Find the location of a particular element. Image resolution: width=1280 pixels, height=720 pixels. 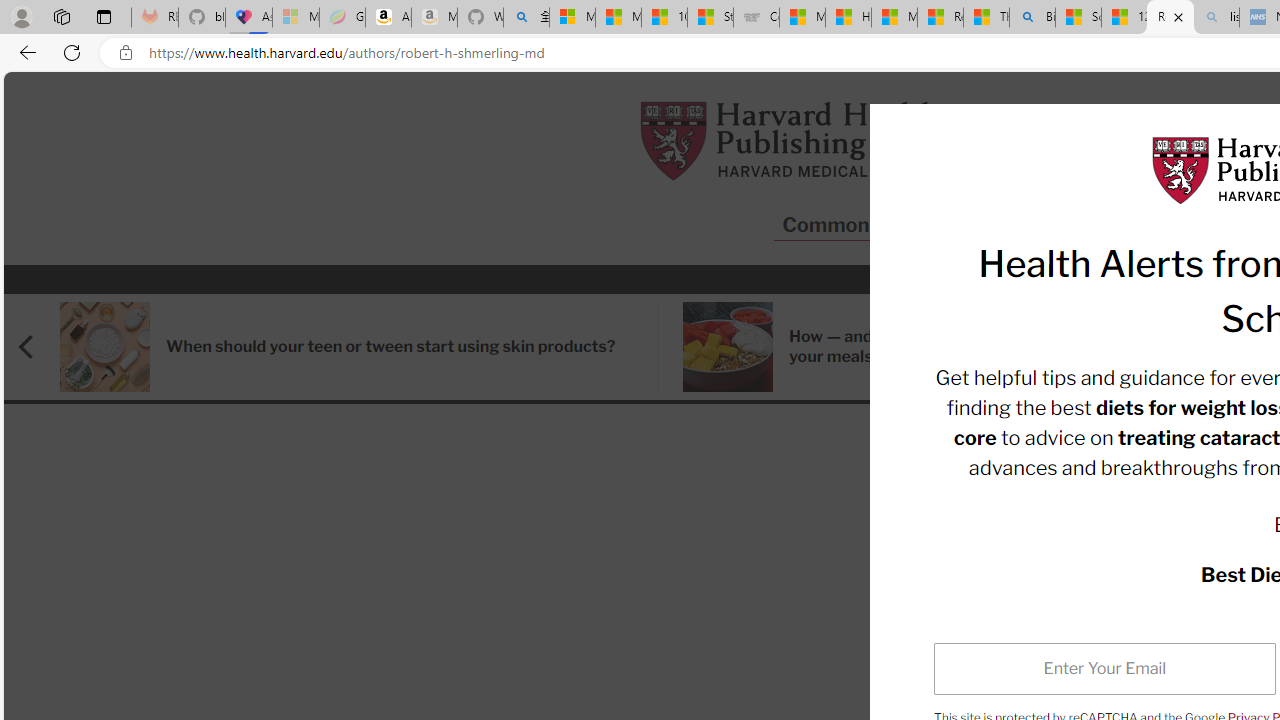

'Bing' is located at coordinates (1032, 17).